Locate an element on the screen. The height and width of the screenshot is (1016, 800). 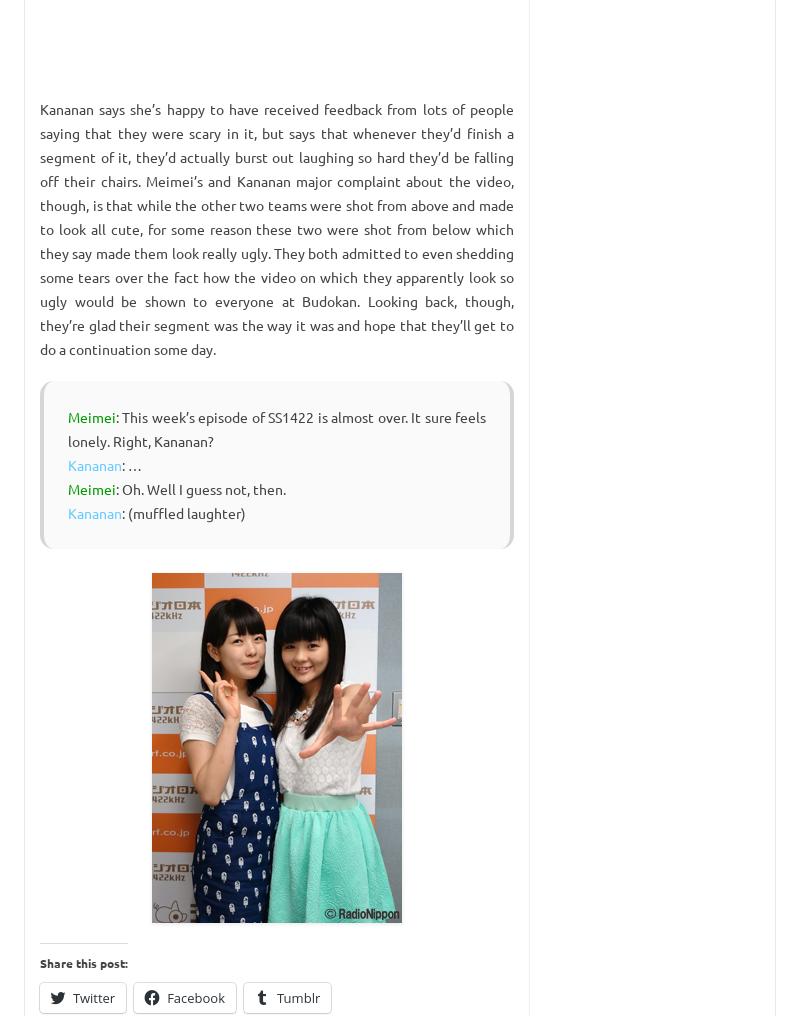
': This week’s episode of SS1422 is almost over. It sure feels lonely. Right, Kananan?' is located at coordinates (277, 427).